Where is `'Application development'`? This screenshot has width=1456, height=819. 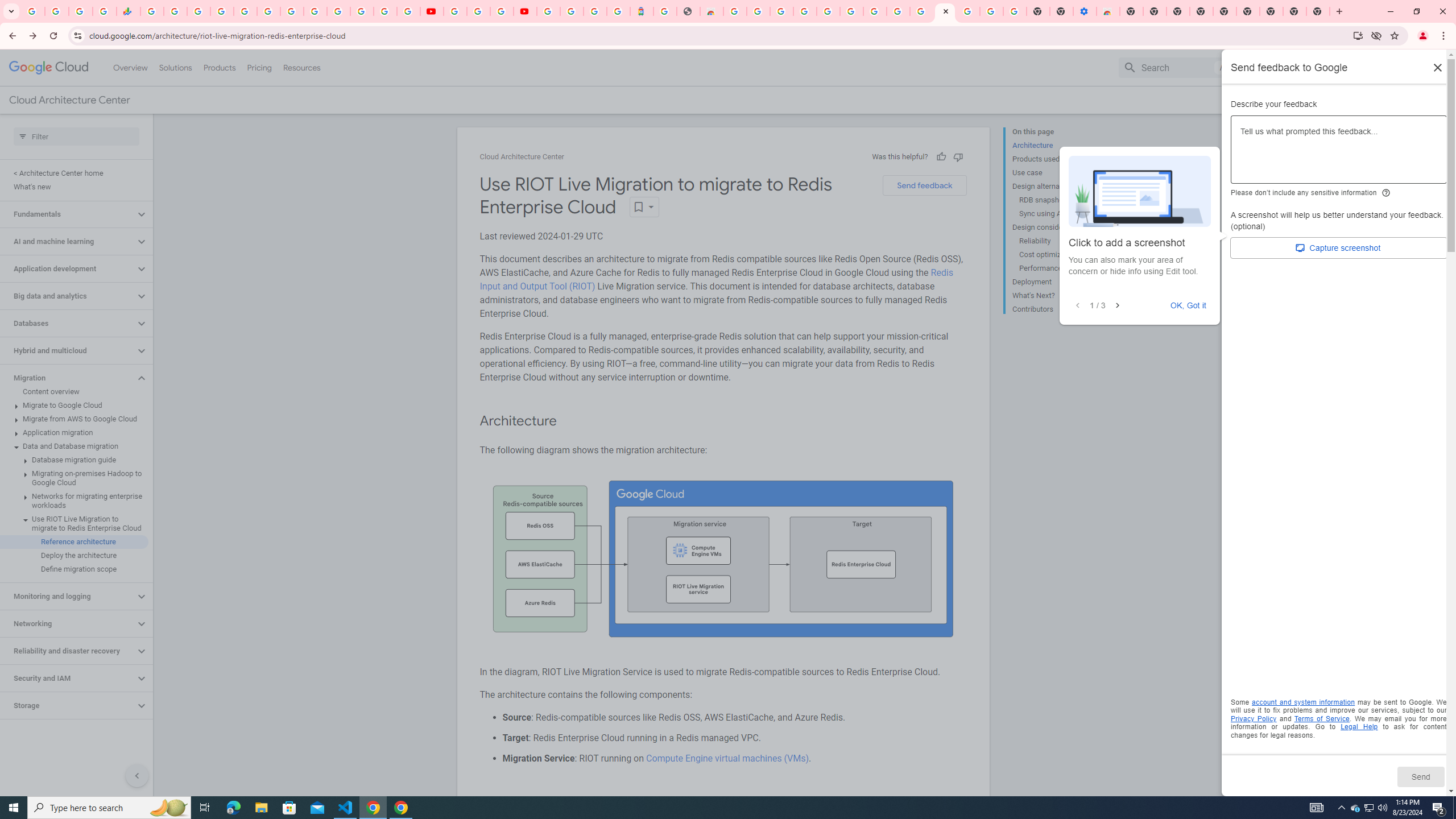 'Application development' is located at coordinates (67, 268).